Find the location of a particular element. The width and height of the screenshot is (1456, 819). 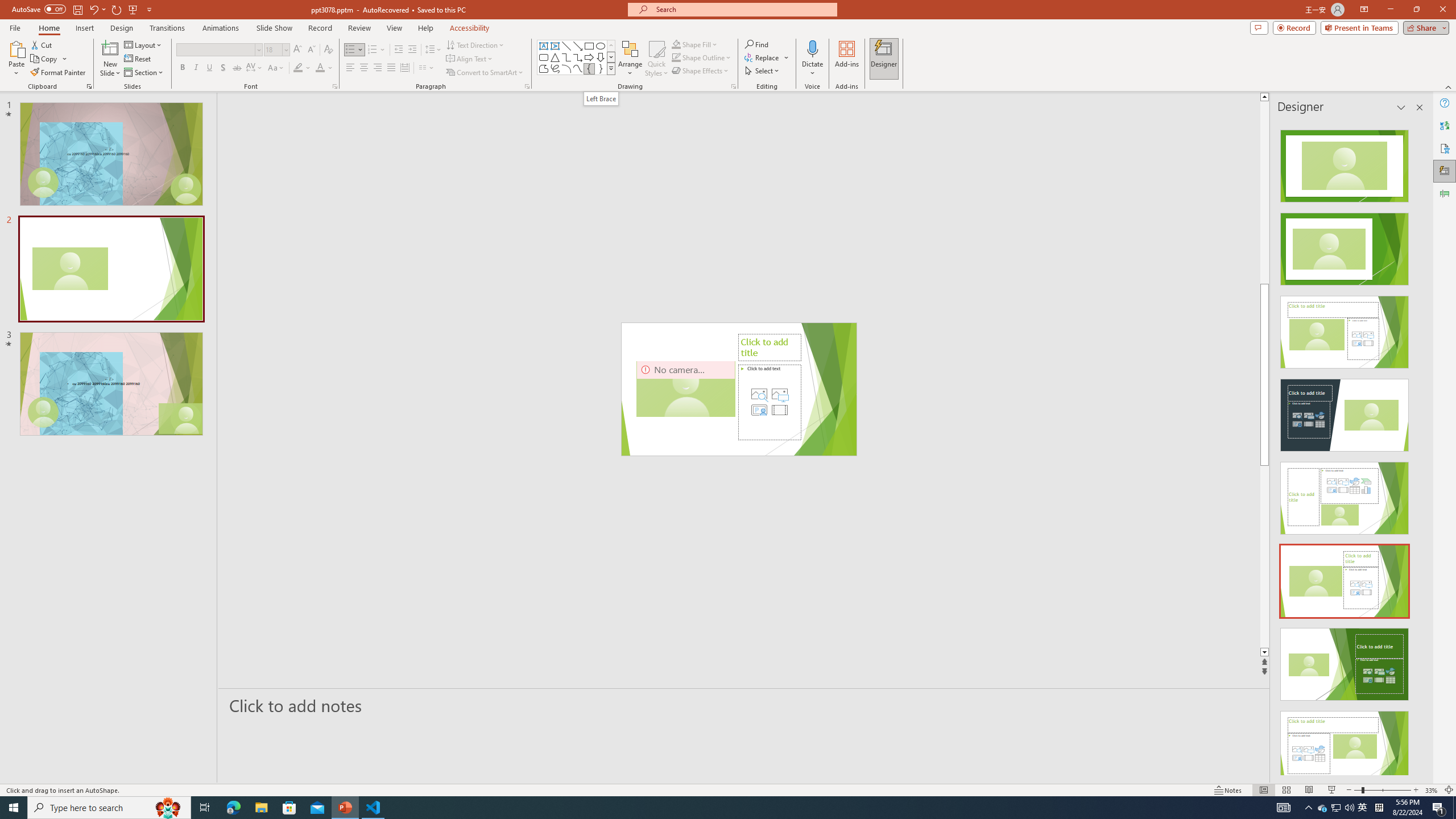

'Insert Video' is located at coordinates (779, 409).